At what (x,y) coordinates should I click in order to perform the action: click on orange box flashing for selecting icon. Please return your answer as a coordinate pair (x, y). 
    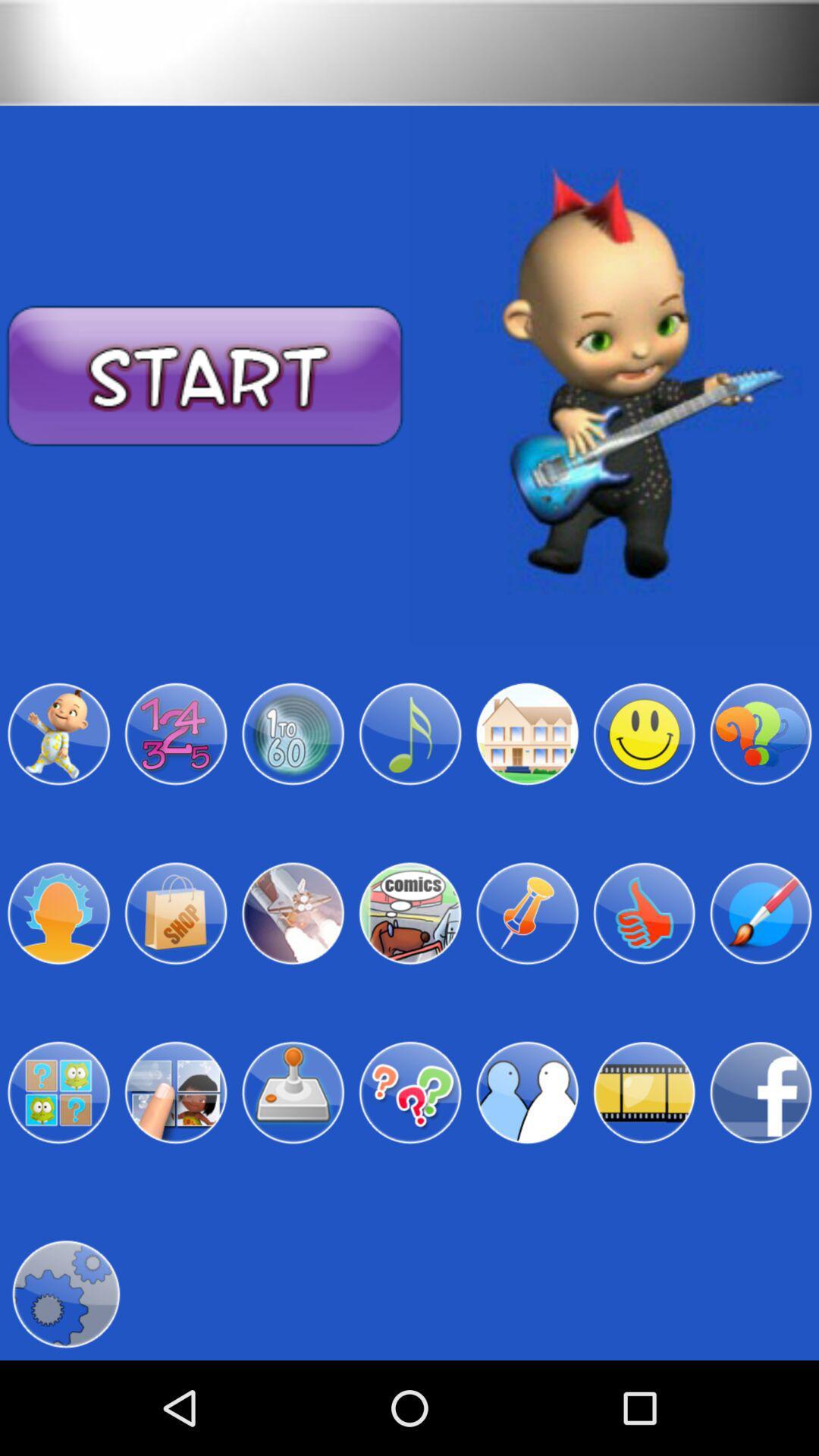
    Looking at the image, I should click on (293, 1093).